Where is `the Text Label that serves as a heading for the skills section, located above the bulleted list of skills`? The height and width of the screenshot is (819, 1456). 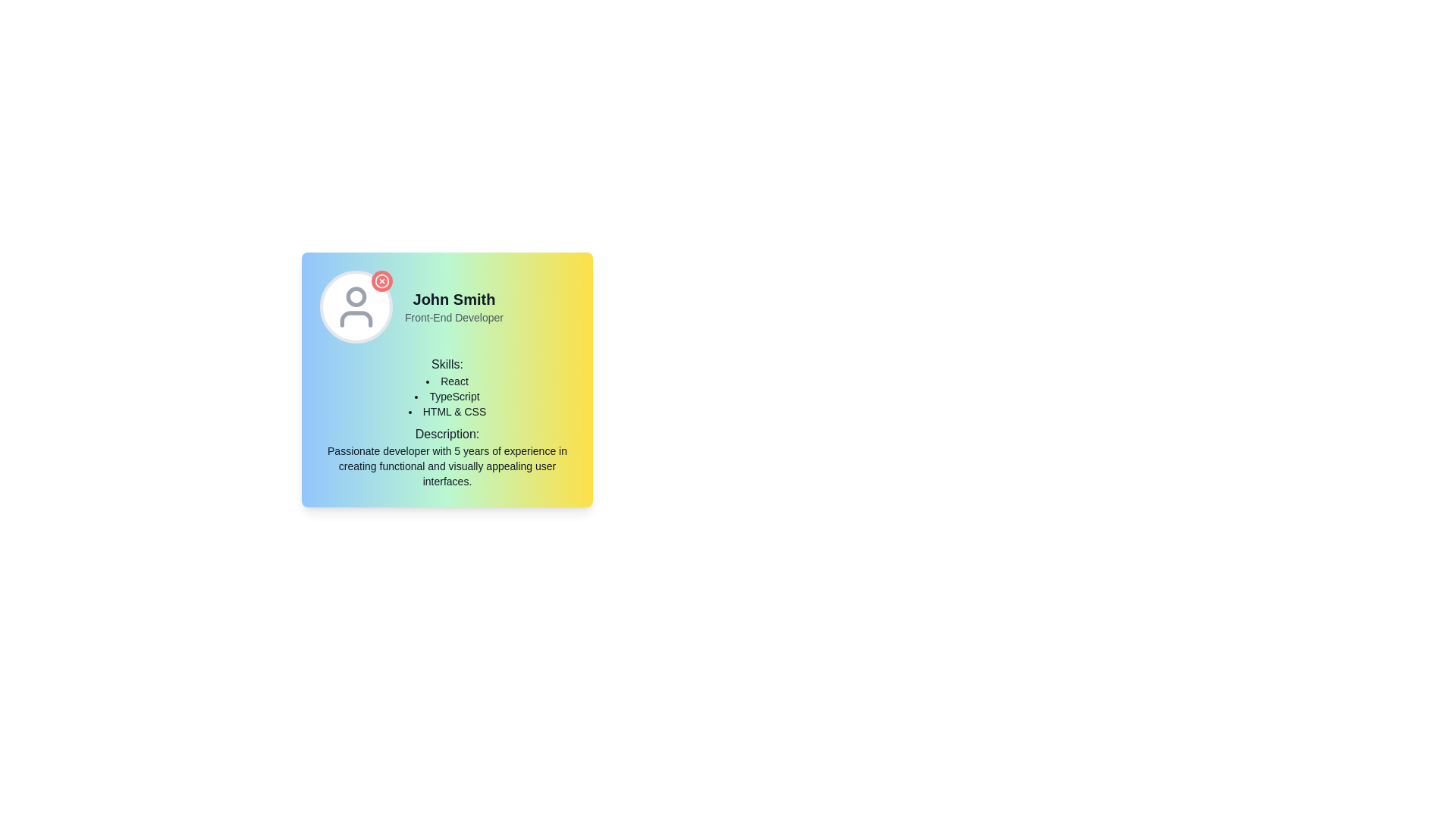 the Text Label that serves as a heading for the skills section, located above the bulleted list of skills is located at coordinates (447, 365).